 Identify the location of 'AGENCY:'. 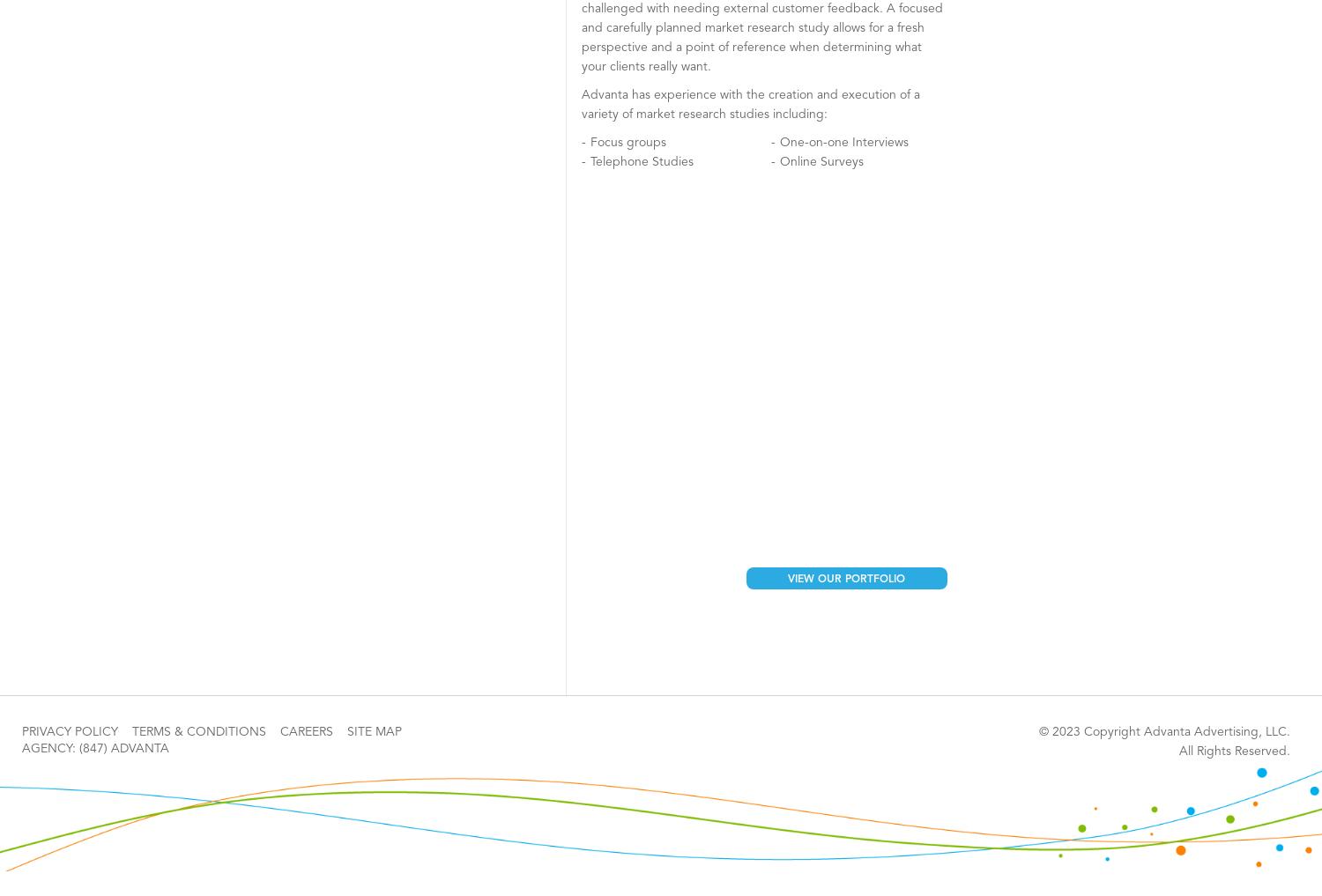
(48, 749).